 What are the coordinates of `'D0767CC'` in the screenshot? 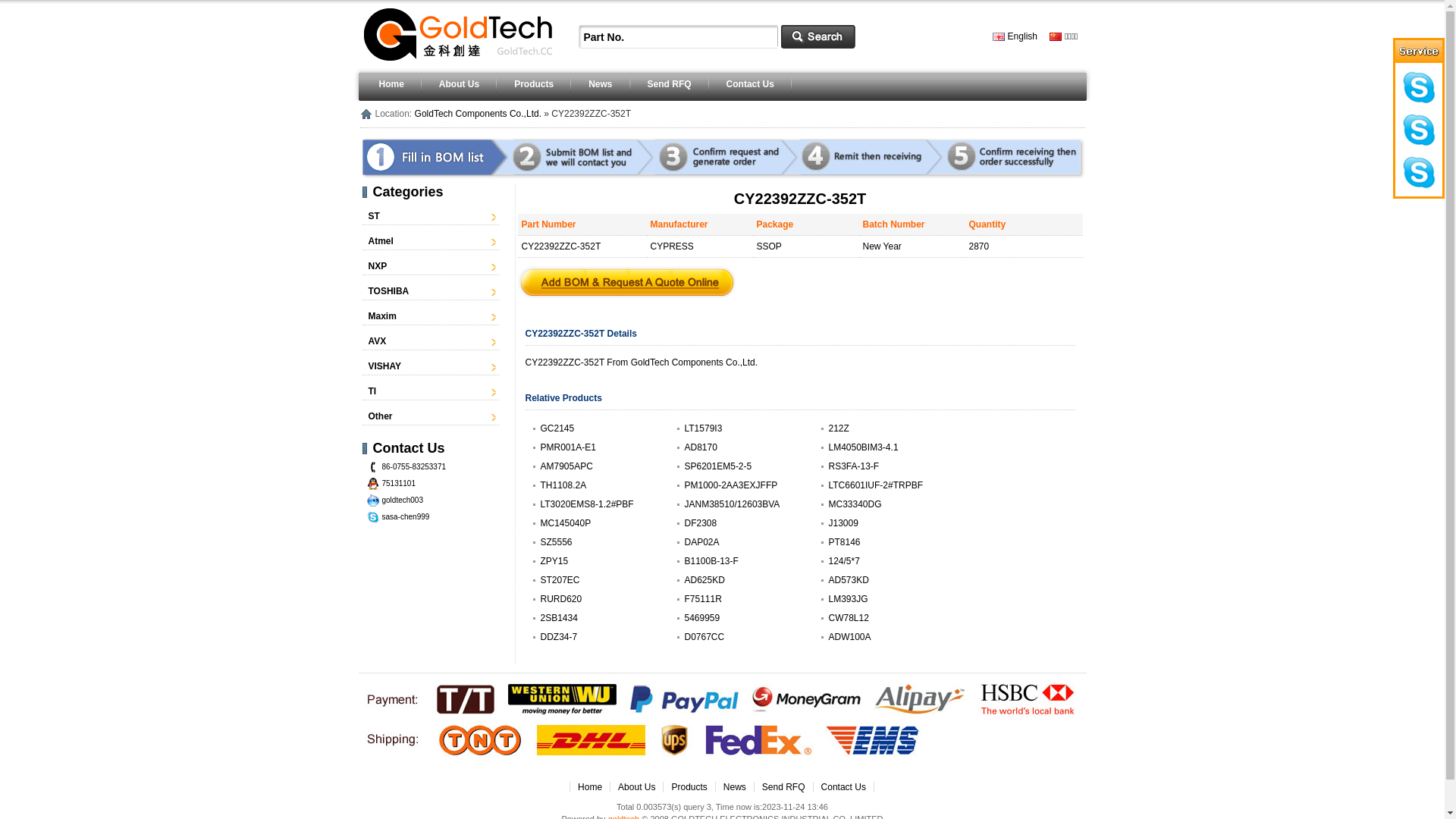 It's located at (703, 637).